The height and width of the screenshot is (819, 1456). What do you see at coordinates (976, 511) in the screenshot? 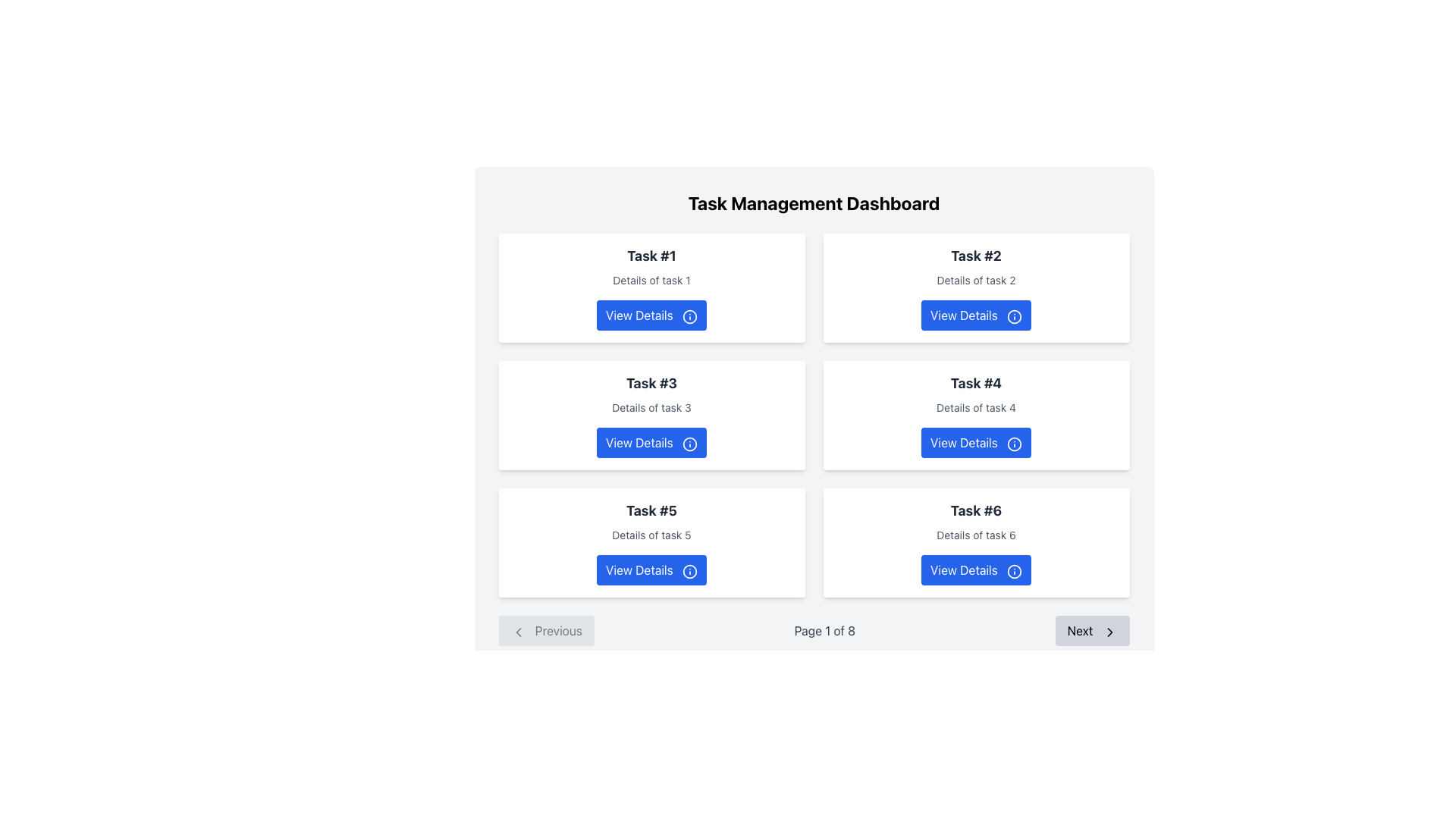
I see `the title text 'Task #6' which is styled in bold and dark gray, located at the top of a white card in the second column of the third row in a grid layout` at bounding box center [976, 511].